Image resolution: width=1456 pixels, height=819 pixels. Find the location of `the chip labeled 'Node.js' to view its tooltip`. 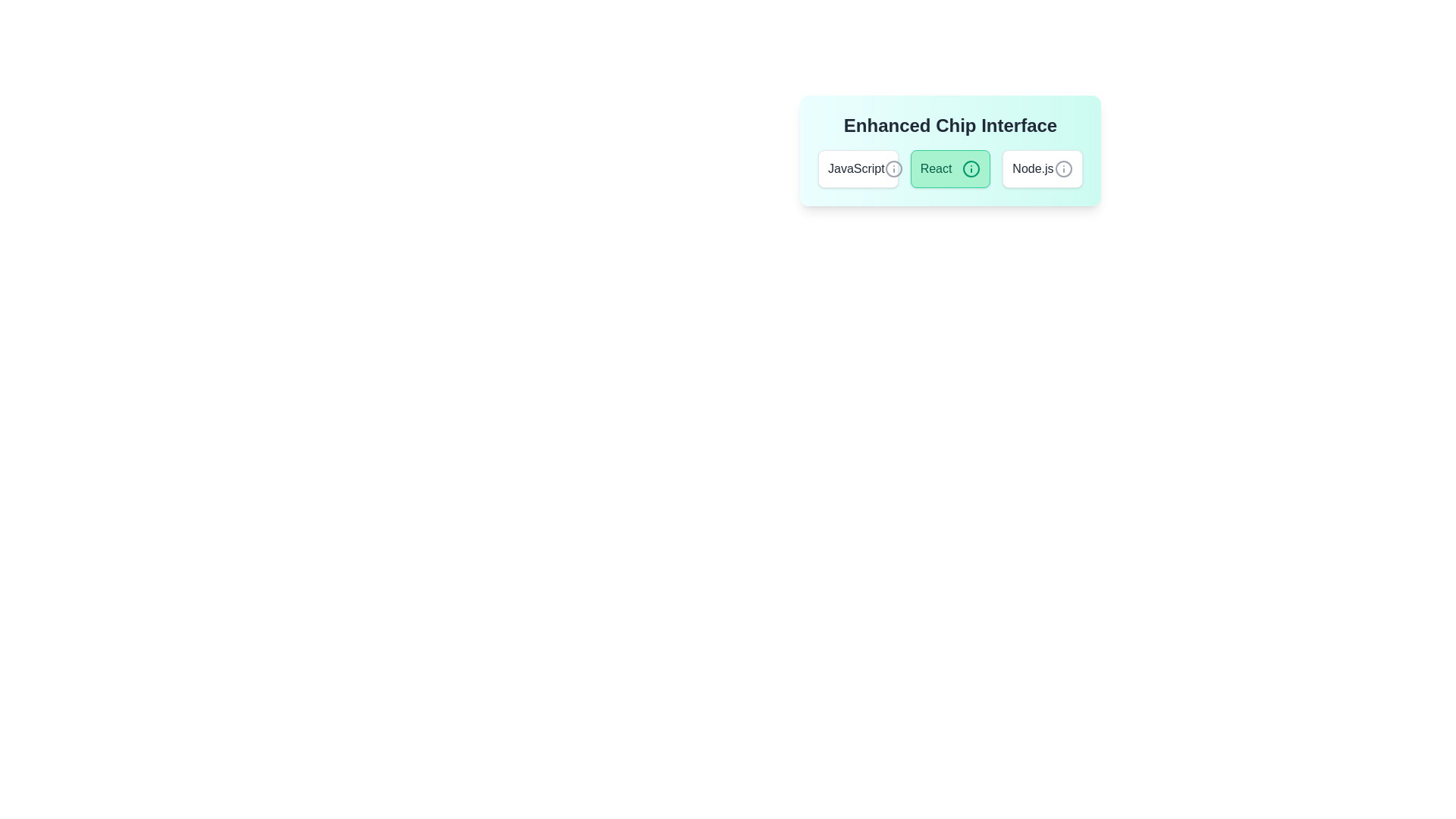

the chip labeled 'Node.js' to view its tooltip is located at coordinates (1042, 169).